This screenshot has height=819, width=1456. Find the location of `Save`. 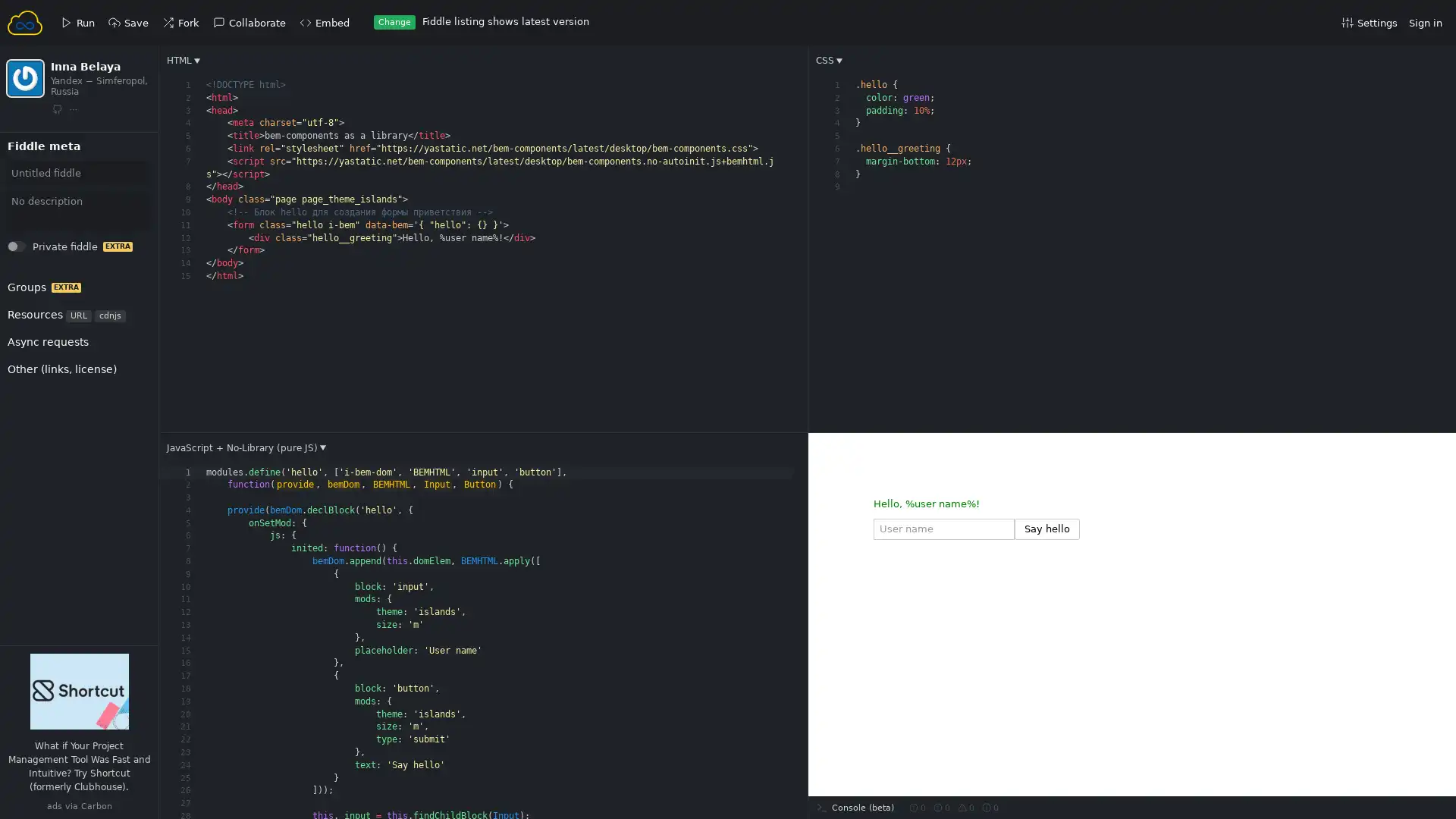

Save is located at coordinates (32, 163).